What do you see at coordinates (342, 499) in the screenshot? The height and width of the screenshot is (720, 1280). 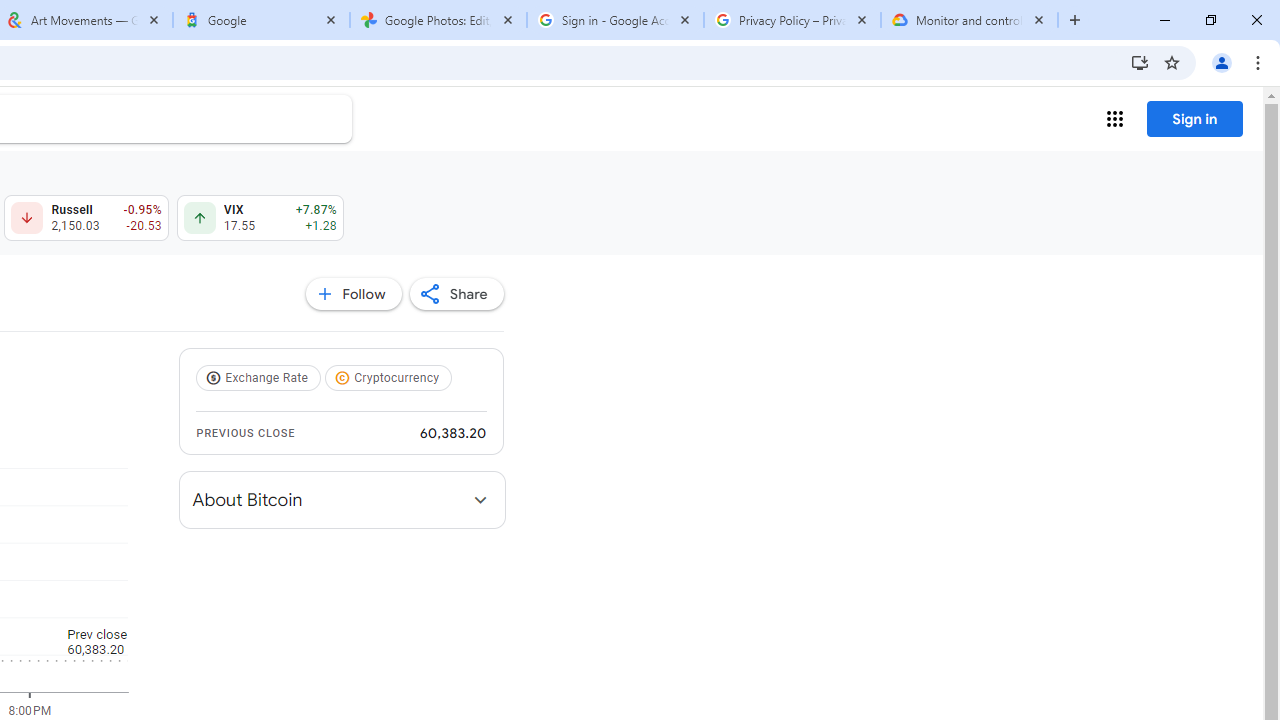 I see `'About Bitcoin'` at bounding box center [342, 499].